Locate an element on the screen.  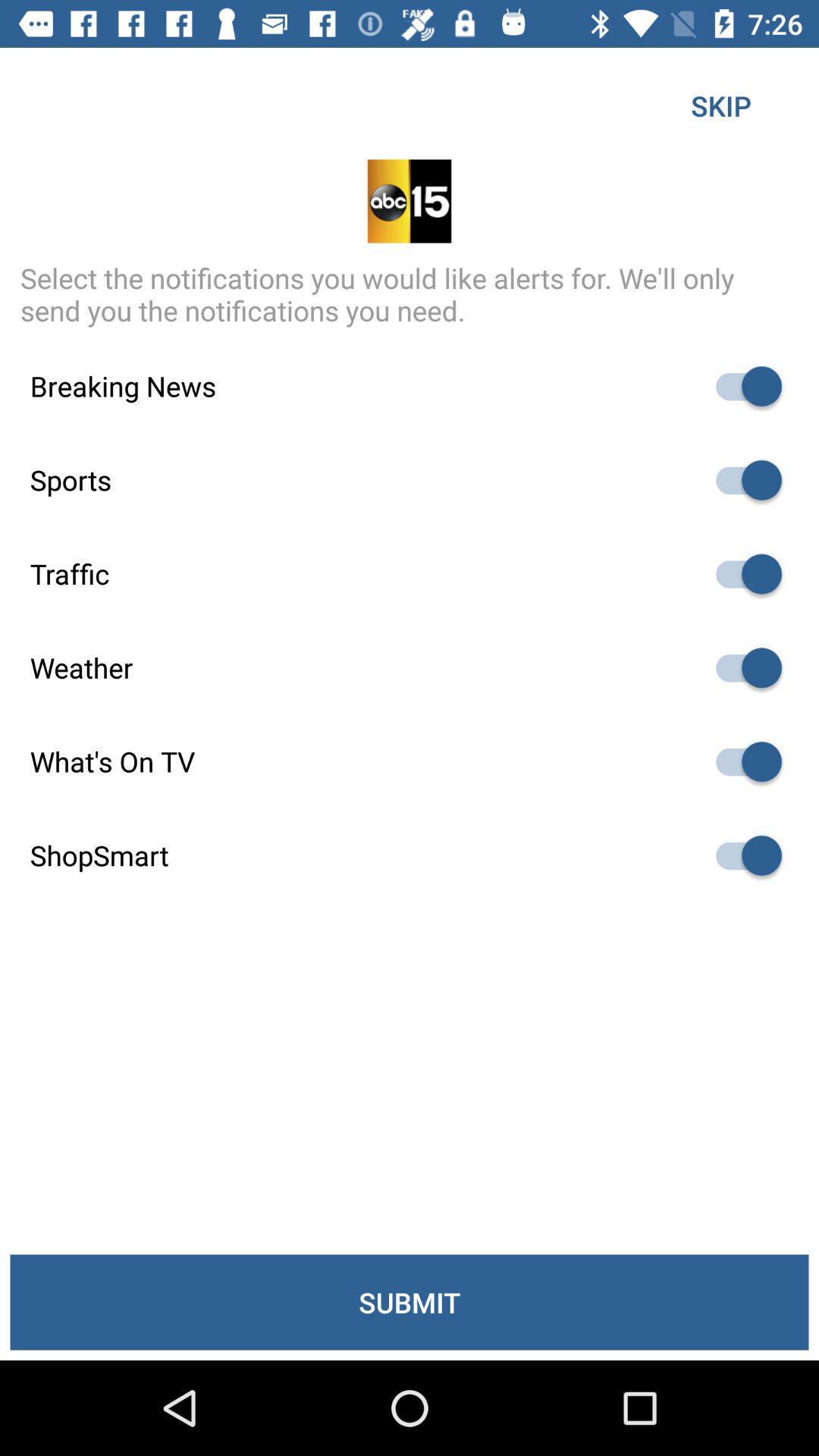
this button turns on or off traffic alerts is located at coordinates (741, 573).